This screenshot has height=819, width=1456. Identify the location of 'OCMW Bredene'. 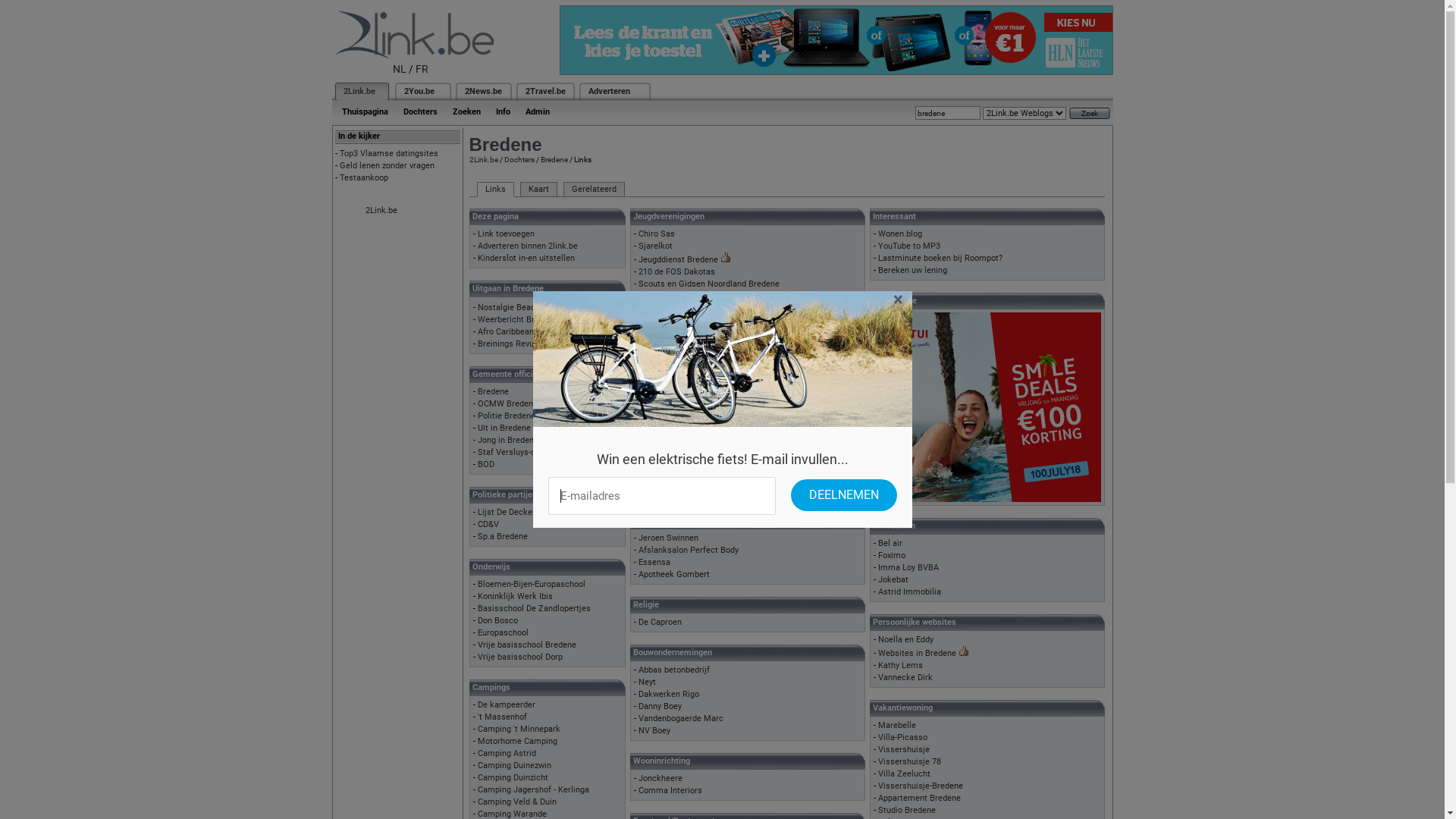
(507, 403).